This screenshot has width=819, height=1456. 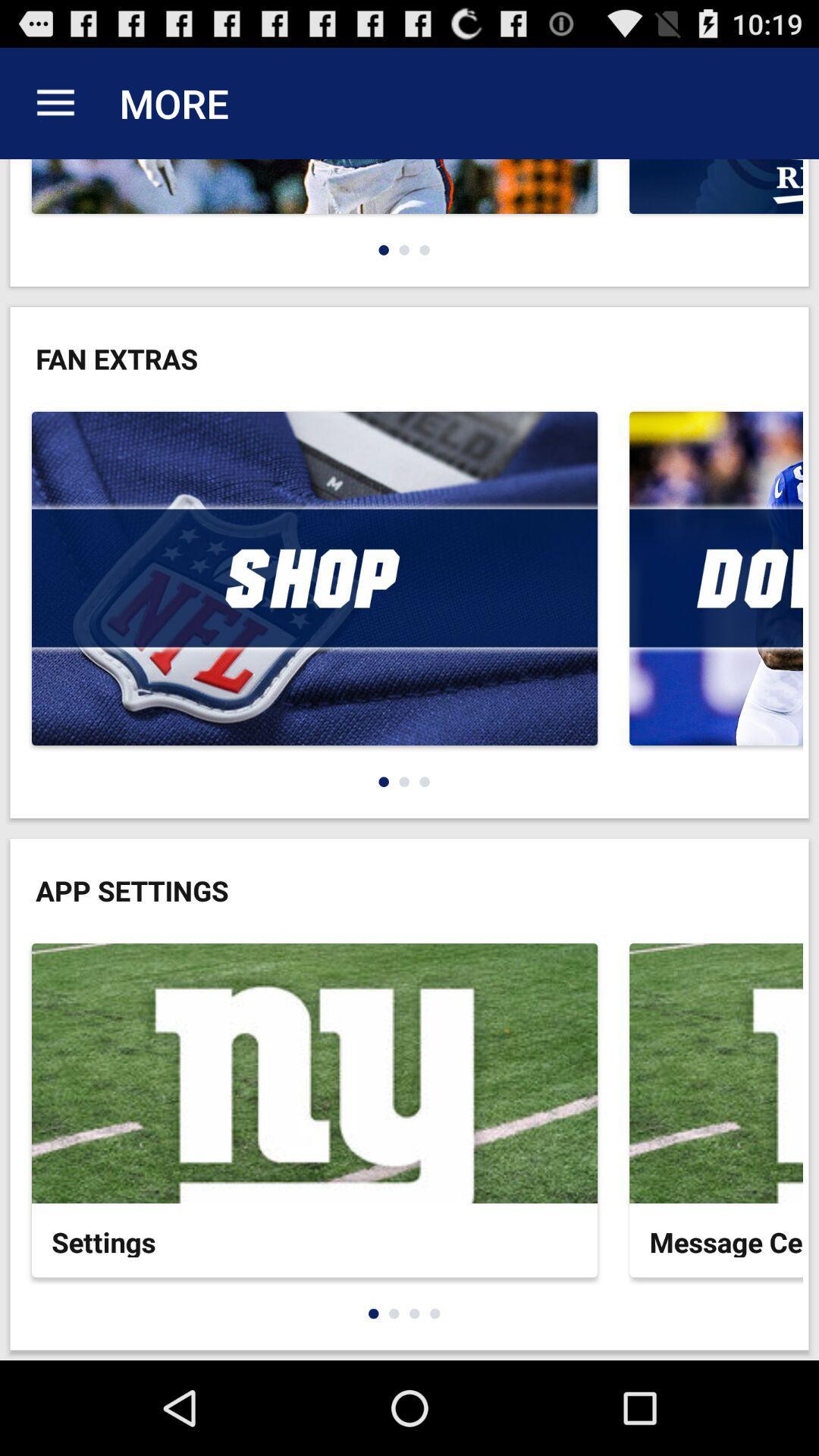 I want to click on app to the left of more app, so click(x=55, y=102).